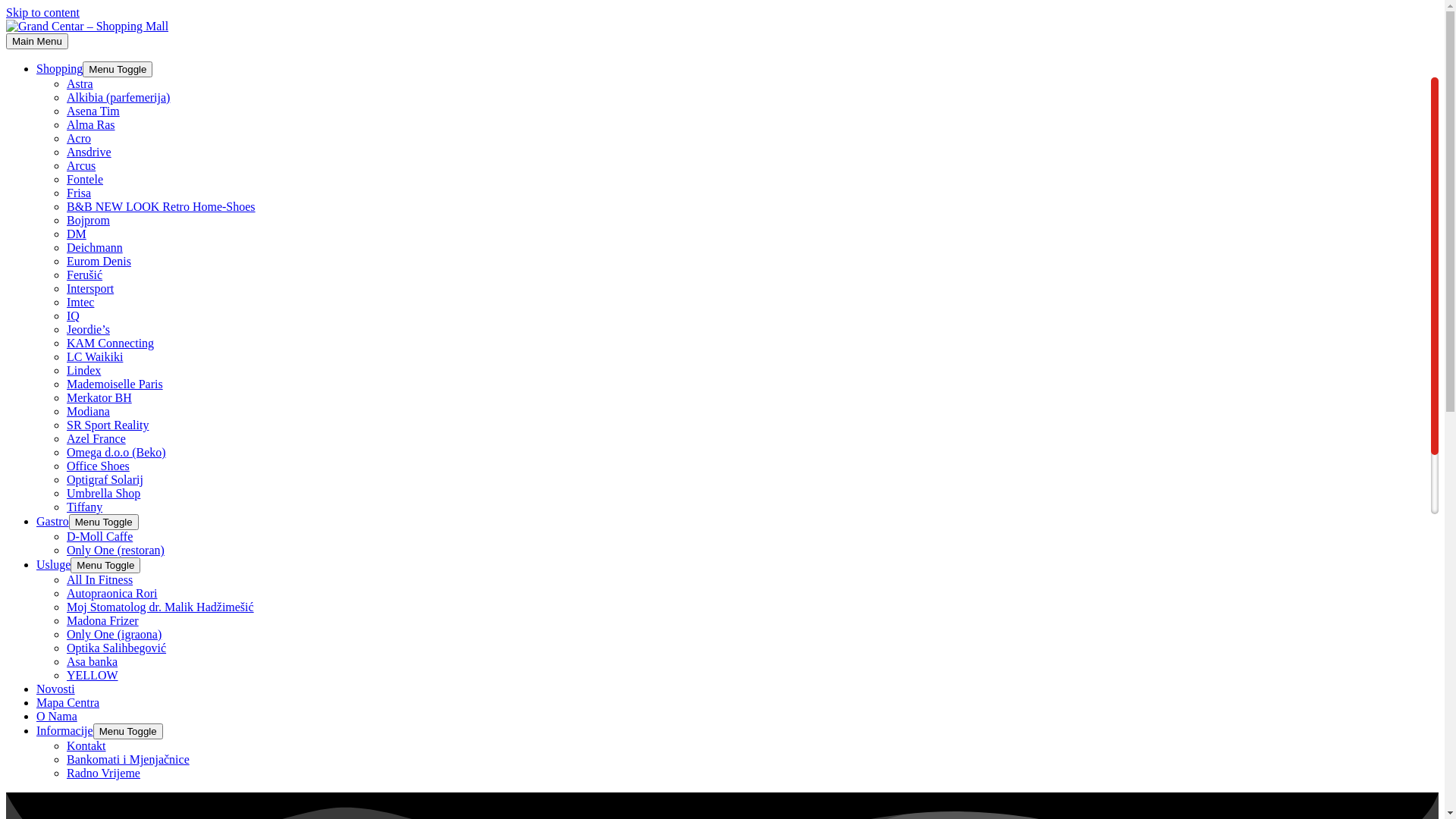 The image size is (1456, 819). Describe the element at coordinates (65, 745) in the screenshot. I see `'Kontakt'` at that location.